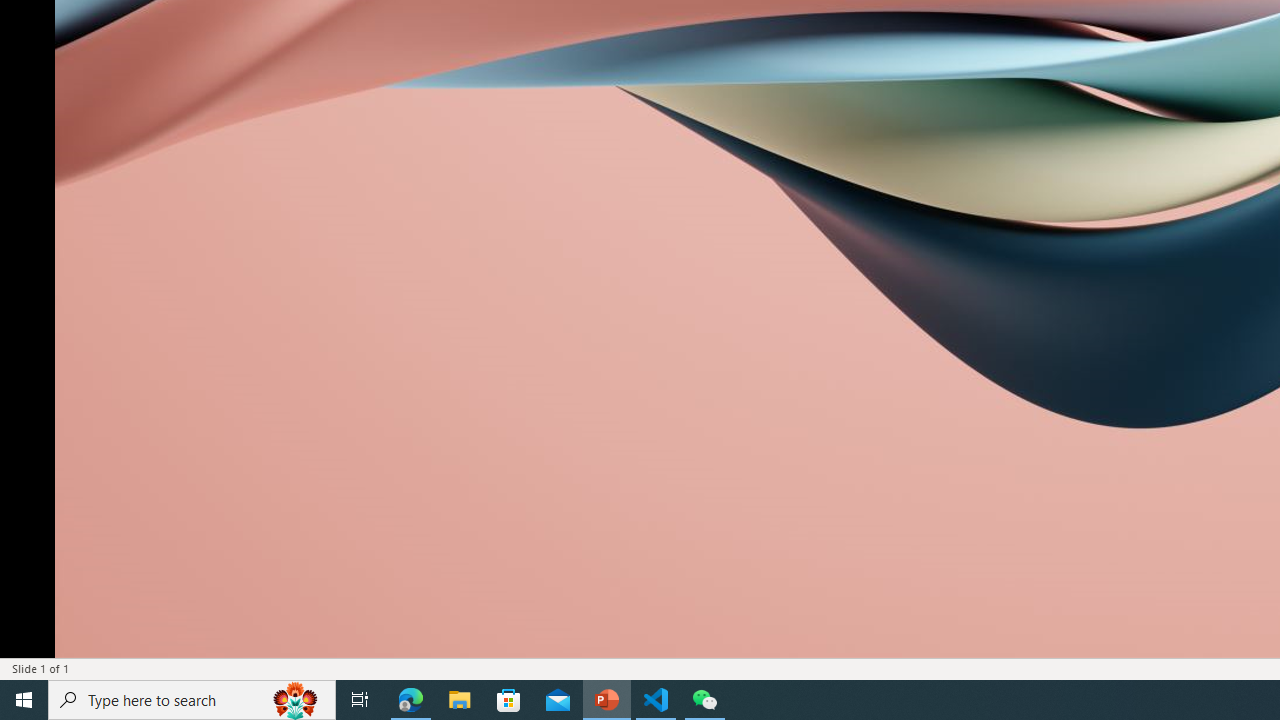 Image resolution: width=1280 pixels, height=720 pixels. Describe the element at coordinates (24, 698) in the screenshot. I see `'Start'` at that location.